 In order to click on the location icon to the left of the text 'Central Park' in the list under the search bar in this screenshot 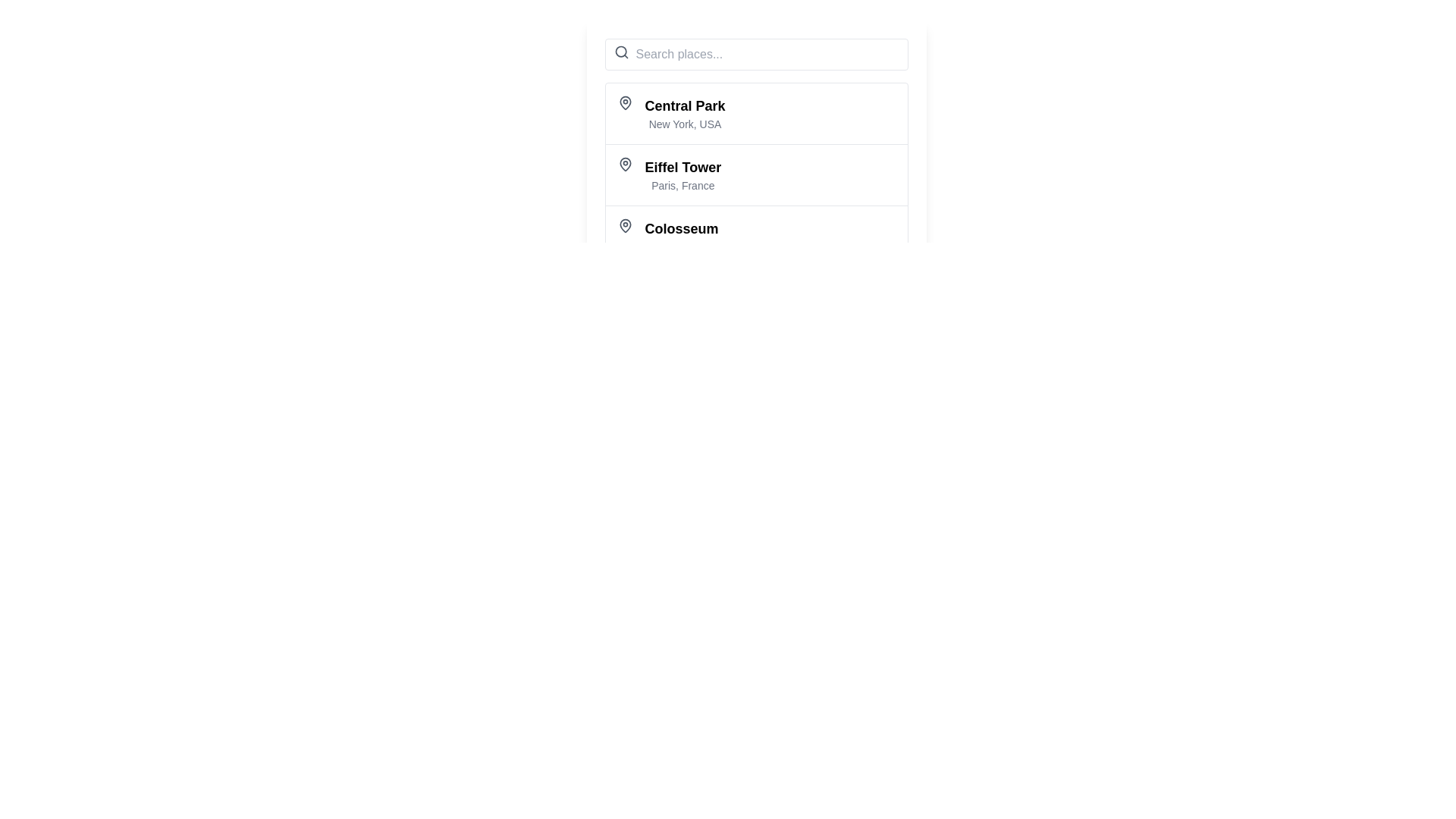, I will do `click(625, 102)`.